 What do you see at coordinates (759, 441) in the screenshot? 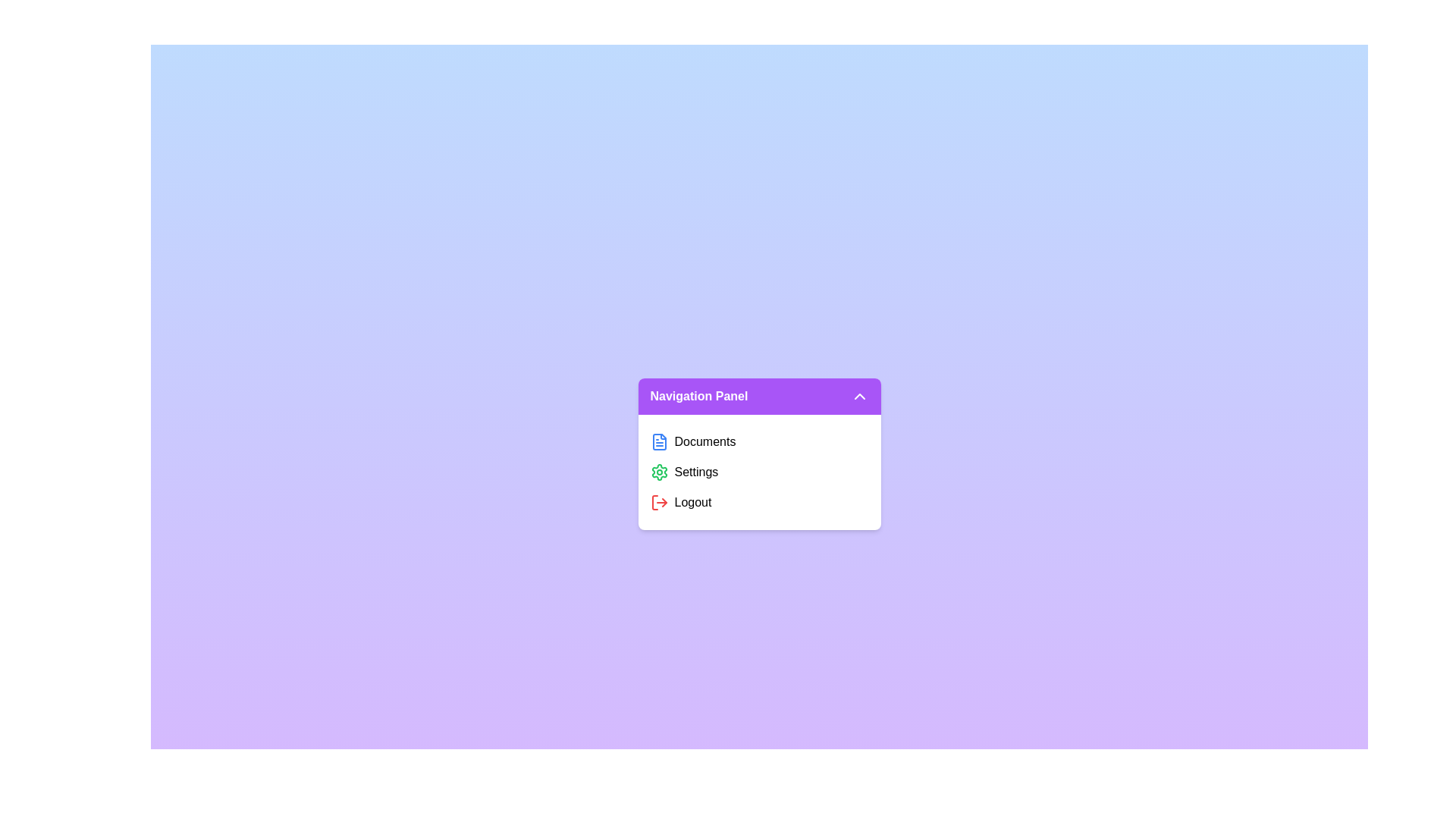
I see `the 'Documents' button to view documents` at bounding box center [759, 441].